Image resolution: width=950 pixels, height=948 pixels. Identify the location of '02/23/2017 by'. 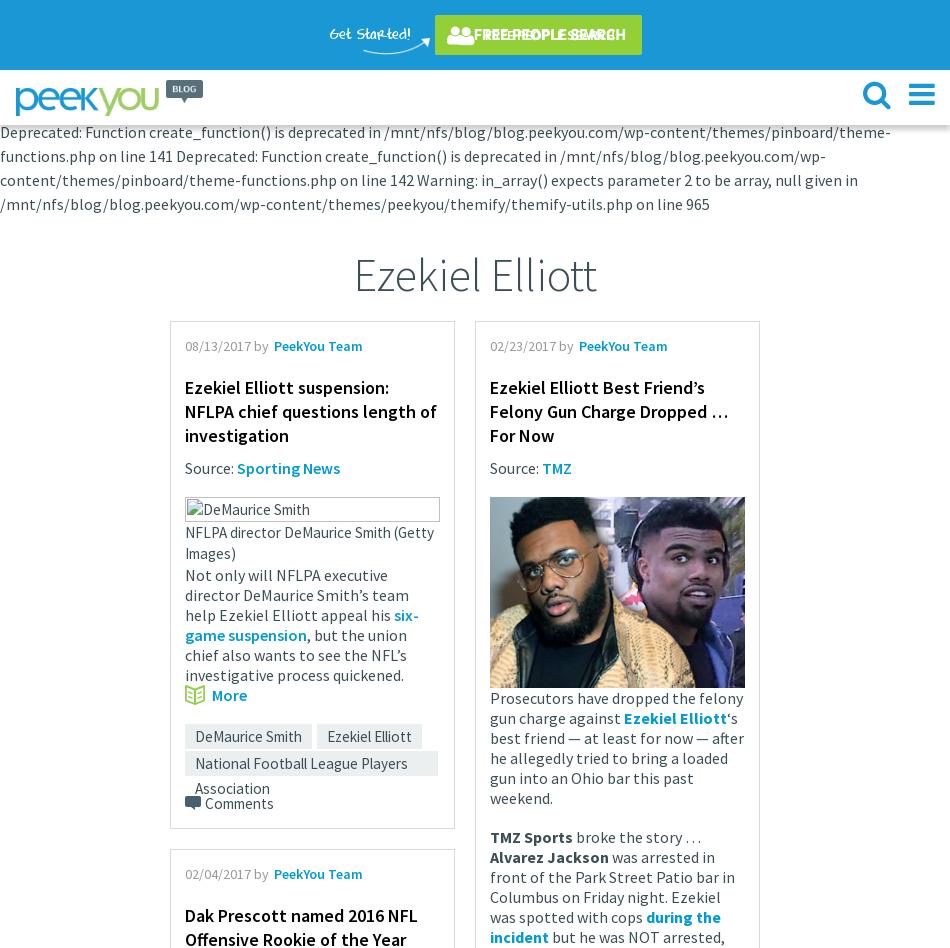
(490, 344).